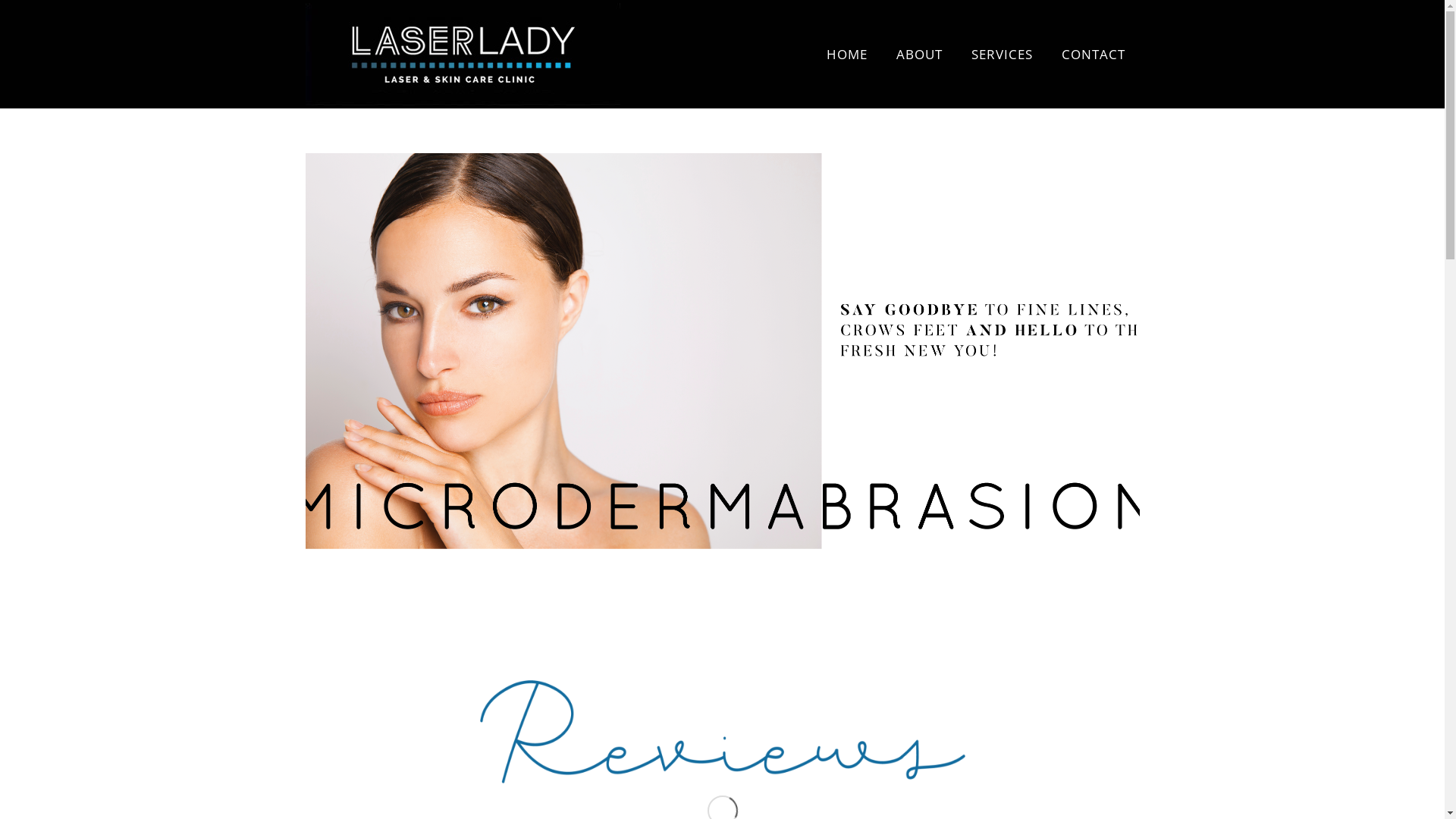 The width and height of the screenshot is (1456, 819). Describe the element at coordinates (1092, 53) in the screenshot. I see `'CONTACT'` at that location.